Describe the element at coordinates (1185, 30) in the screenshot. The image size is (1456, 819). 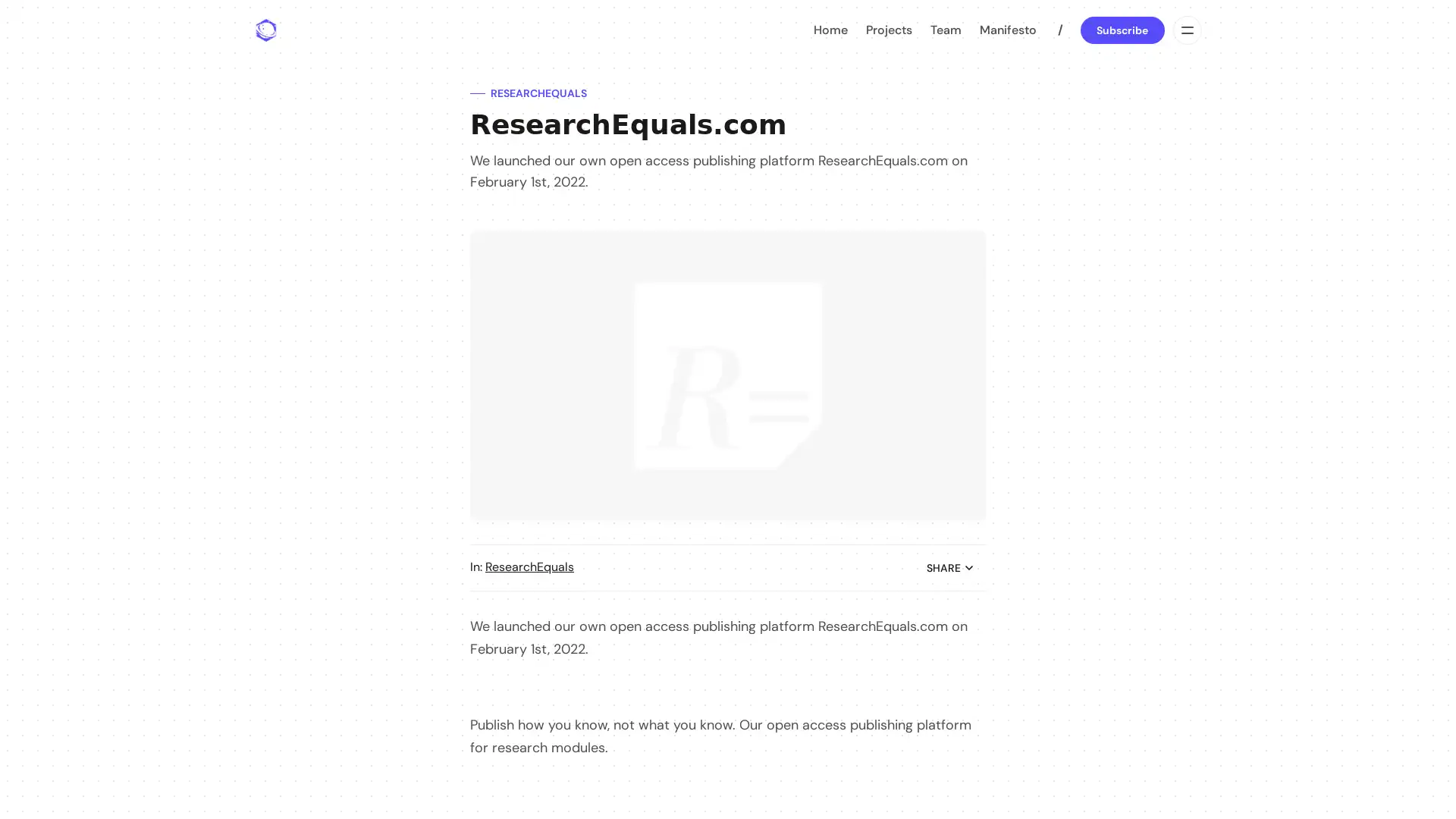
I see `Menu` at that location.